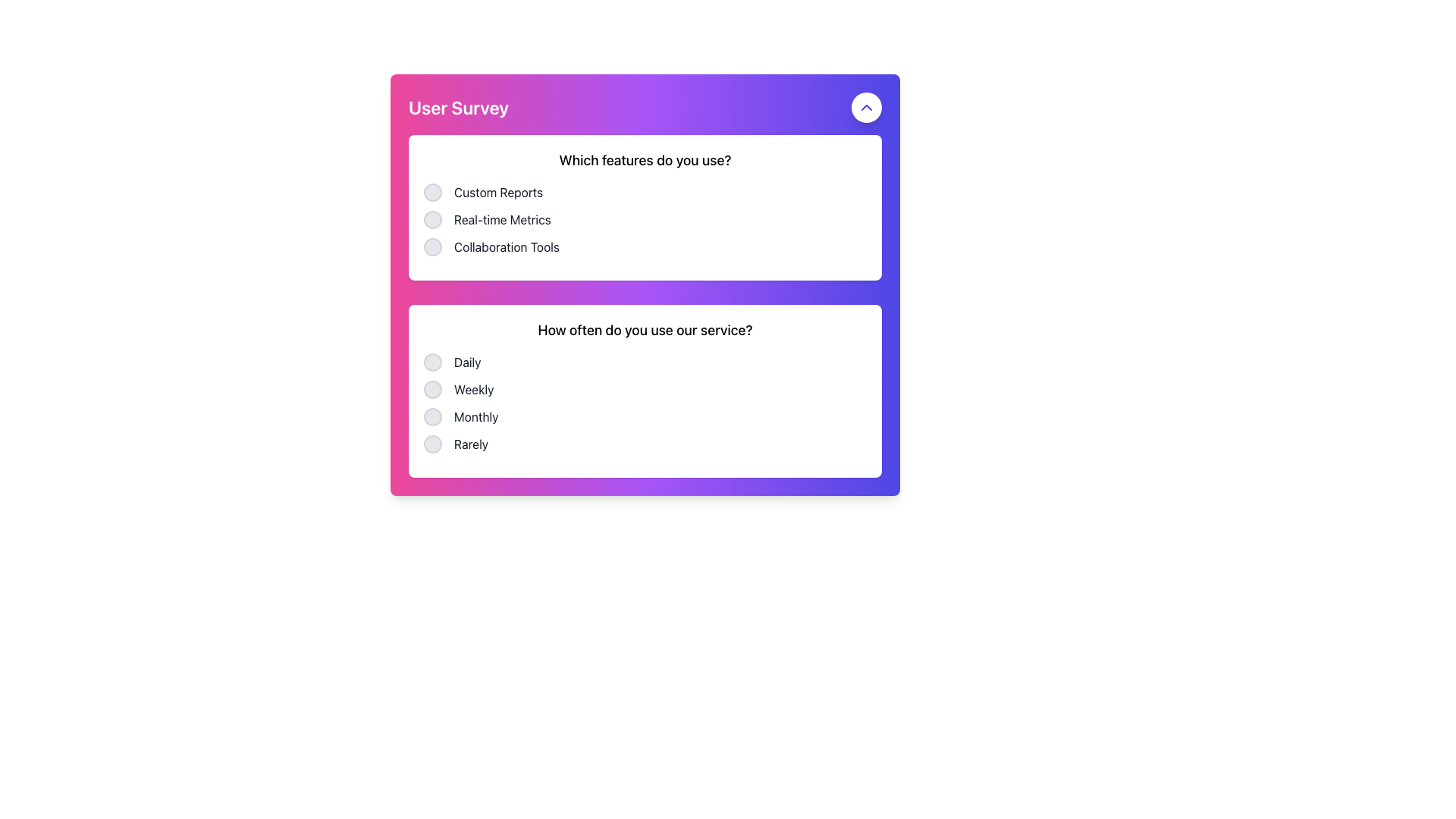 This screenshot has width=1456, height=819. I want to click on the upward-pointing chevron icon button in the top-right corner of the survey form card, so click(866, 107).